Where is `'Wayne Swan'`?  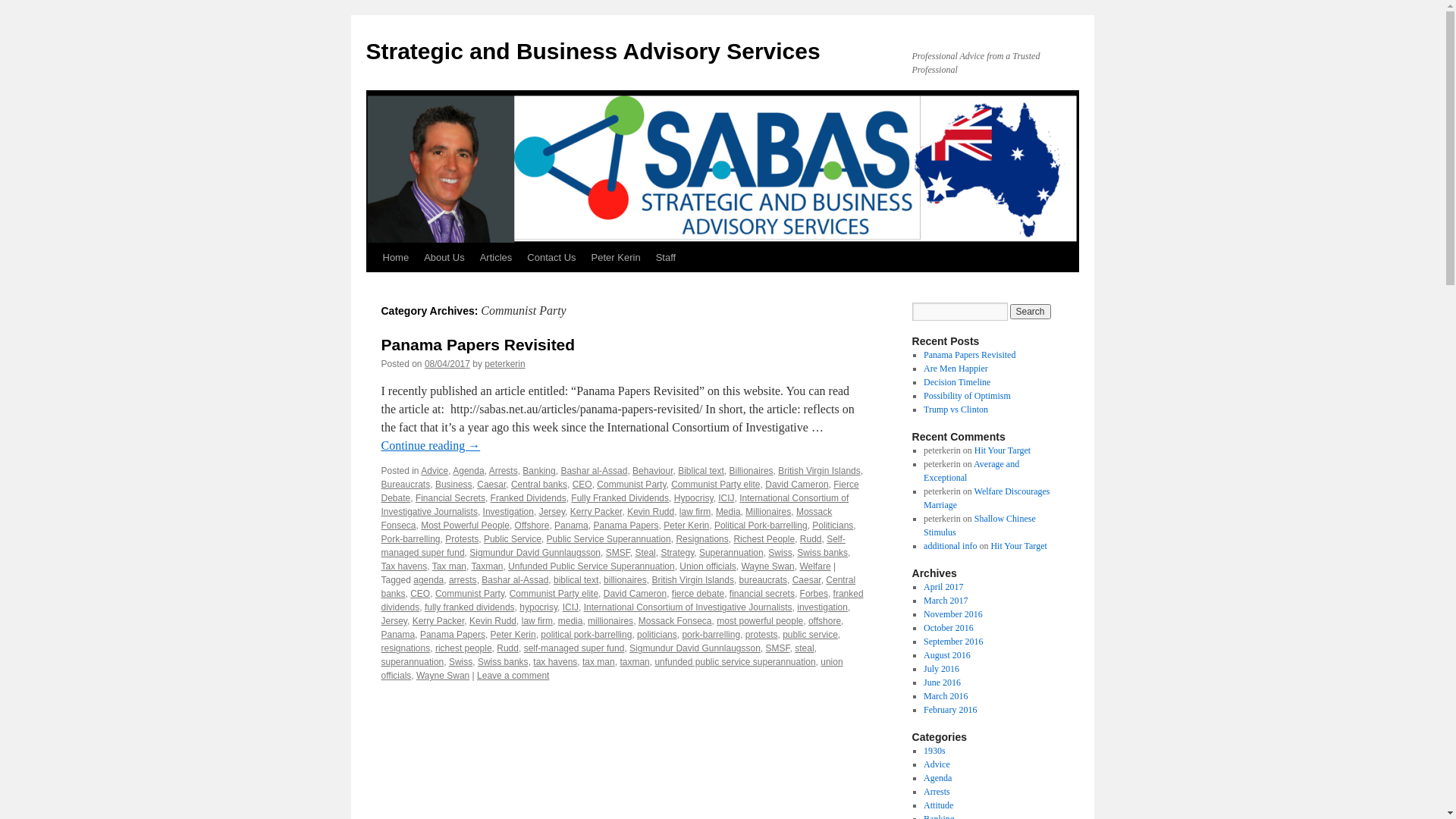
'Wayne Swan' is located at coordinates (416, 675).